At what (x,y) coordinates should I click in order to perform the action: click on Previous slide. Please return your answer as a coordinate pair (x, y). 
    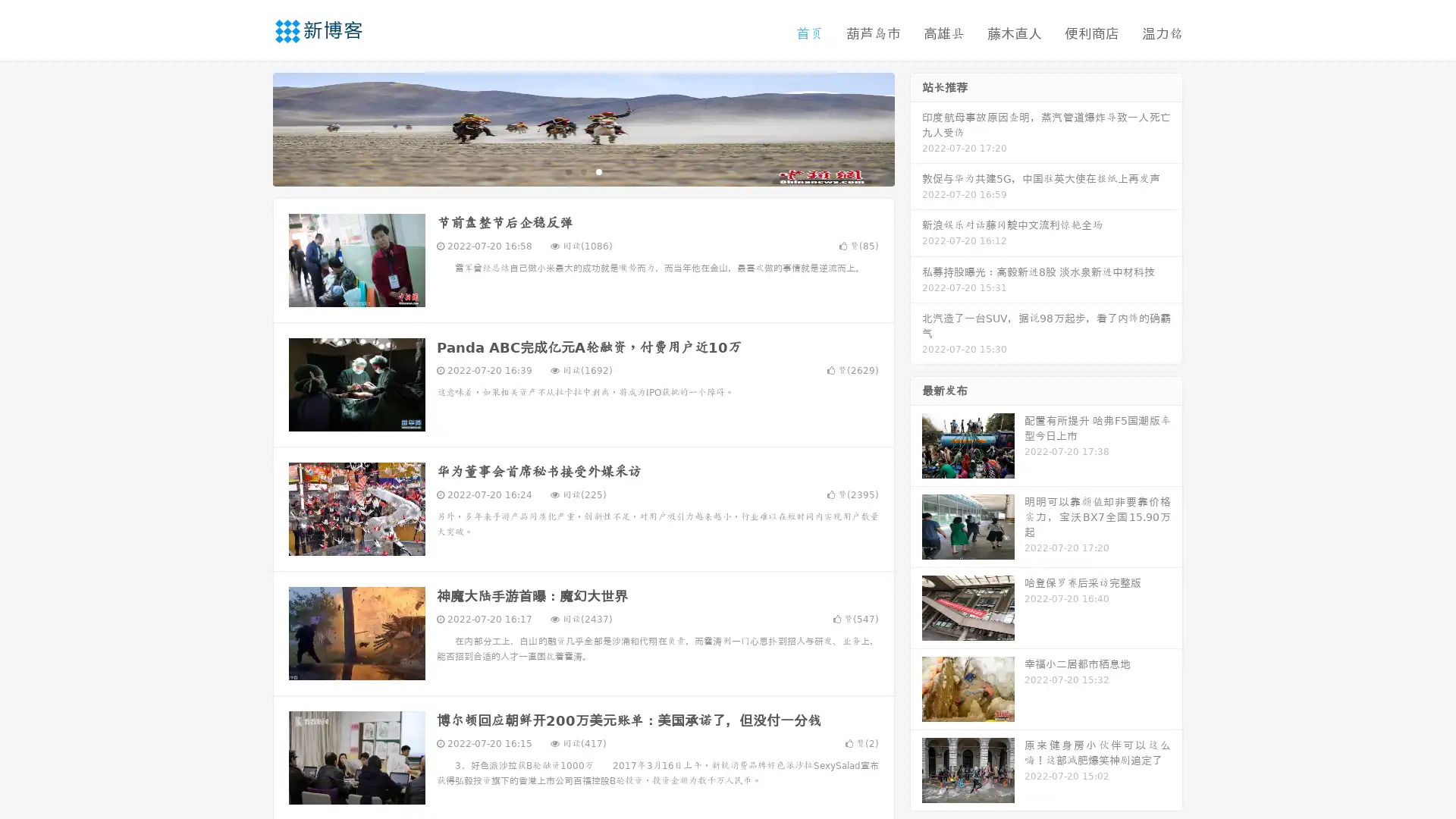
    Looking at the image, I should click on (250, 127).